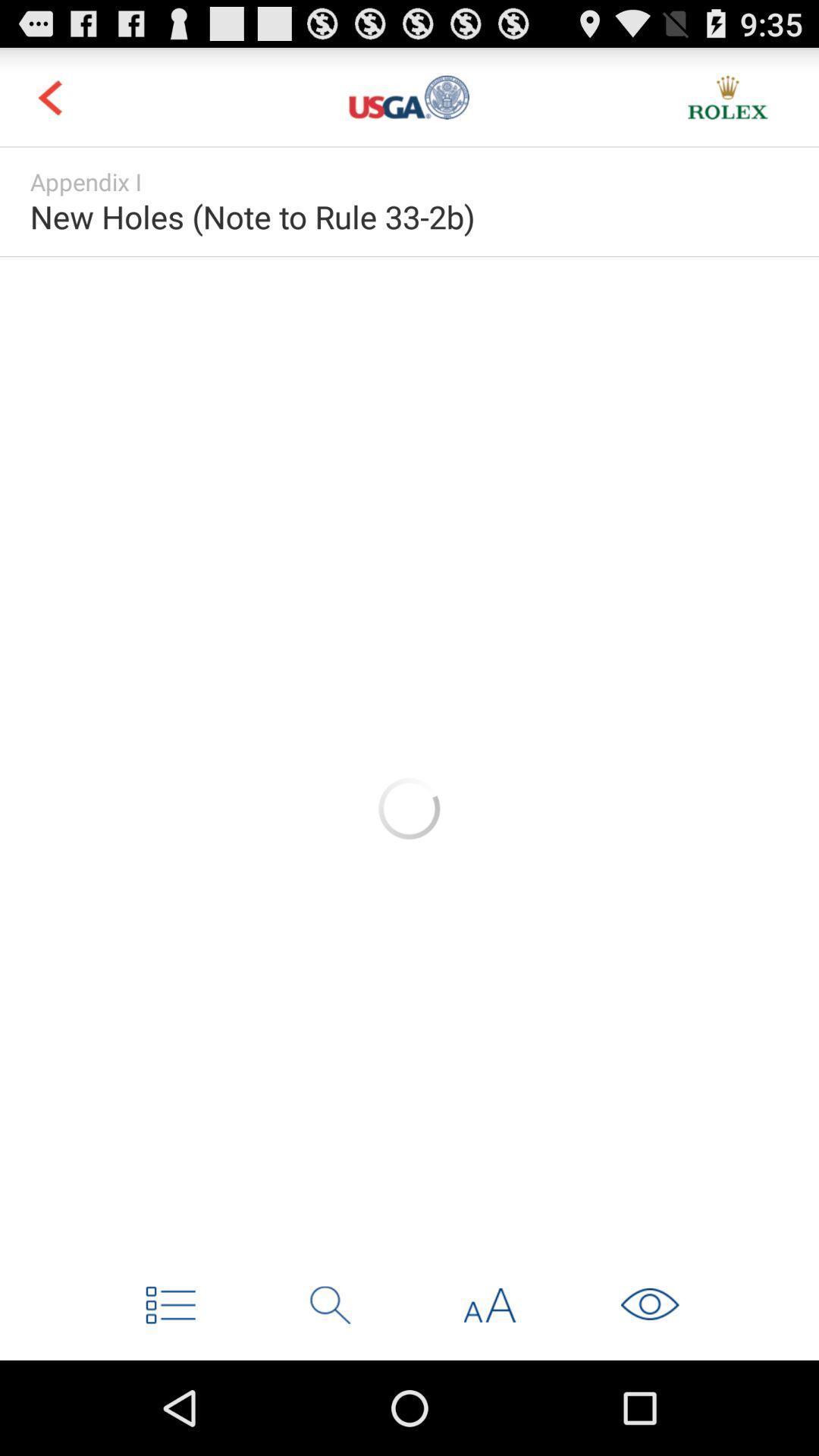  I want to click on previous, so click(49, 96).